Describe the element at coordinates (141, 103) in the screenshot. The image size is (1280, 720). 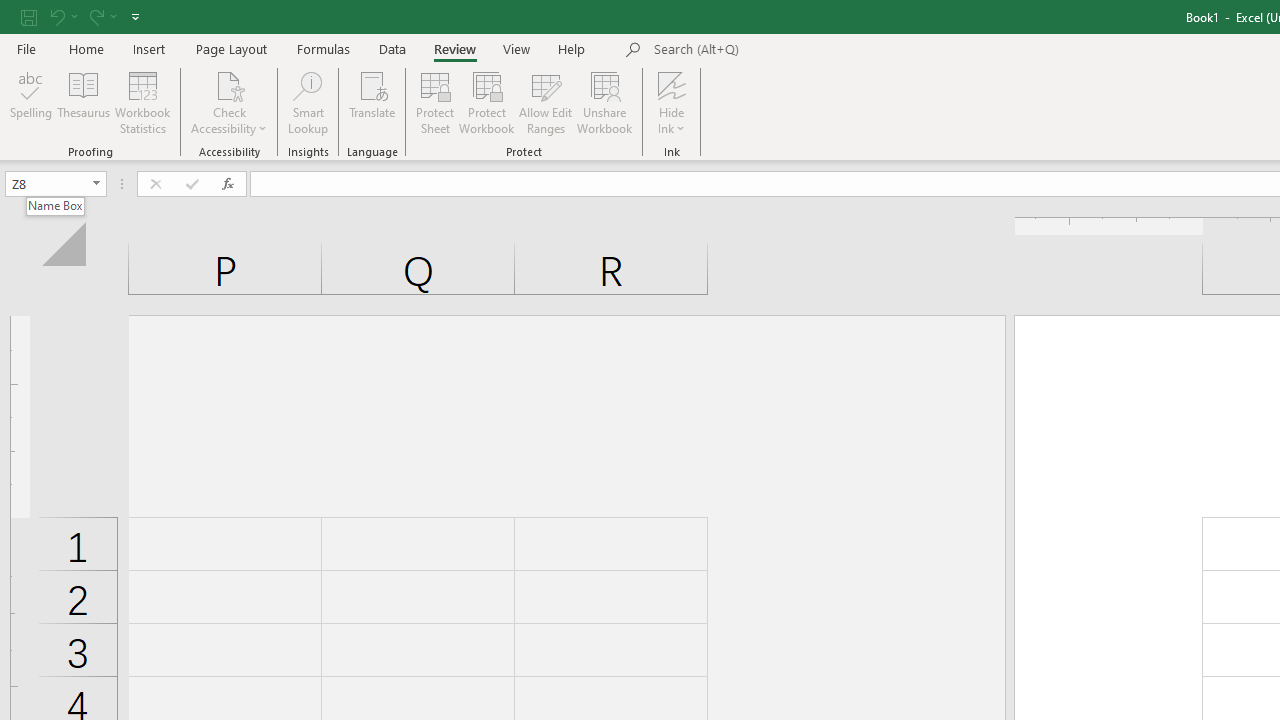
I see `'Workbook Statistics'` at that location.